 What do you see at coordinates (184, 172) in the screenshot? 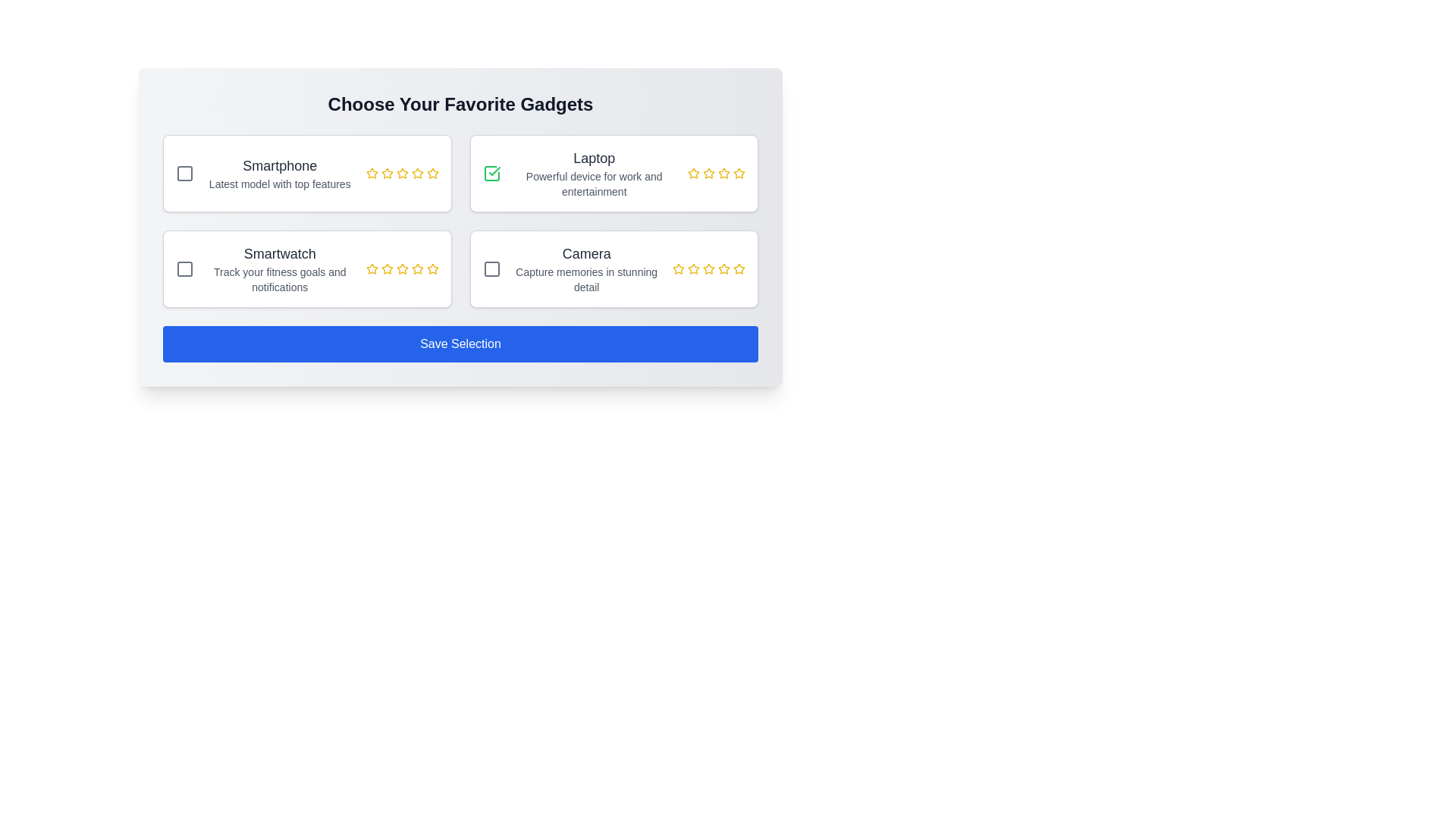
I see `the checkbox located in the first row and first column of the grid layout` at bounding box center [184, 172].